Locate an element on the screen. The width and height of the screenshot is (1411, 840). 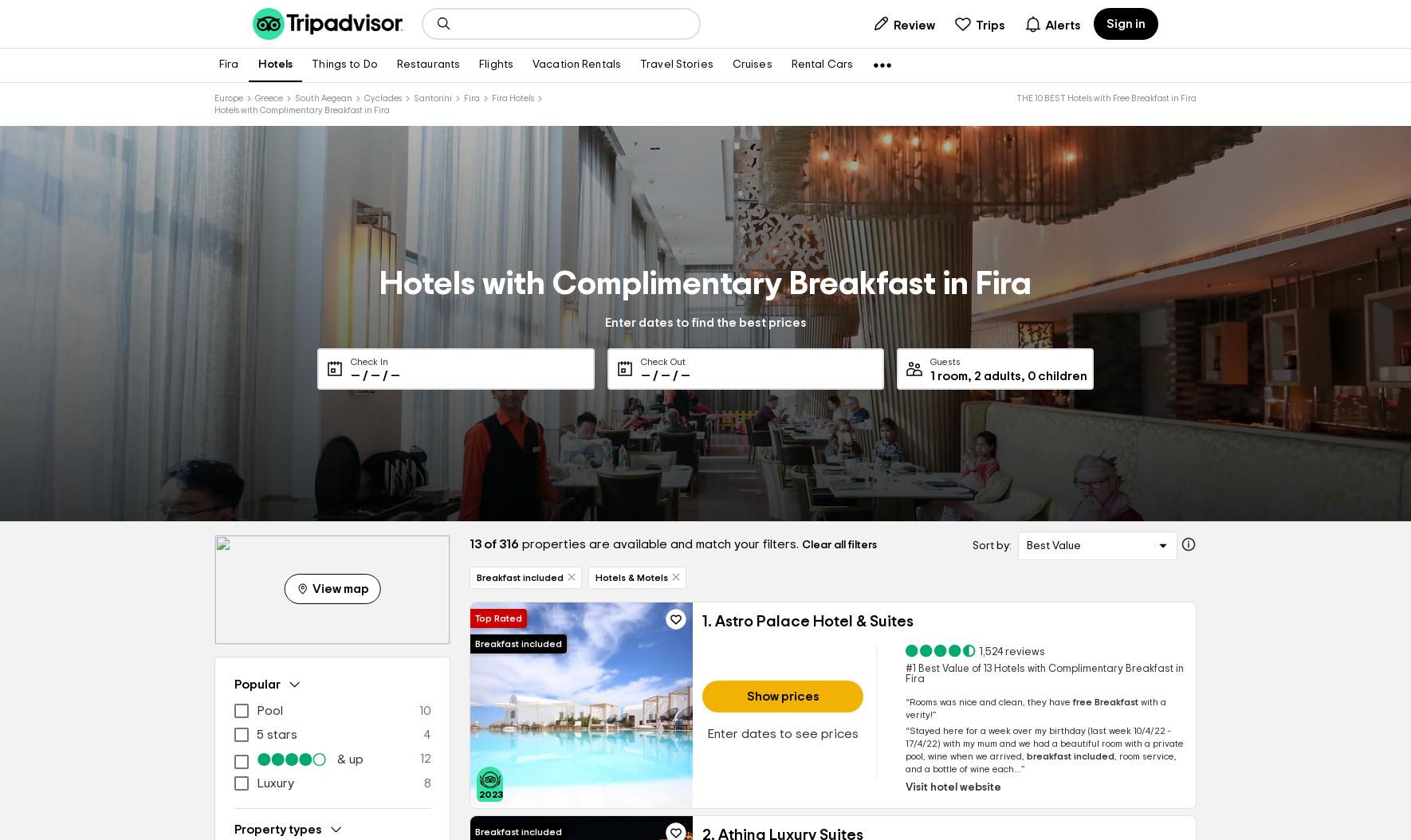
'8' is located at coordinates (427, 783).